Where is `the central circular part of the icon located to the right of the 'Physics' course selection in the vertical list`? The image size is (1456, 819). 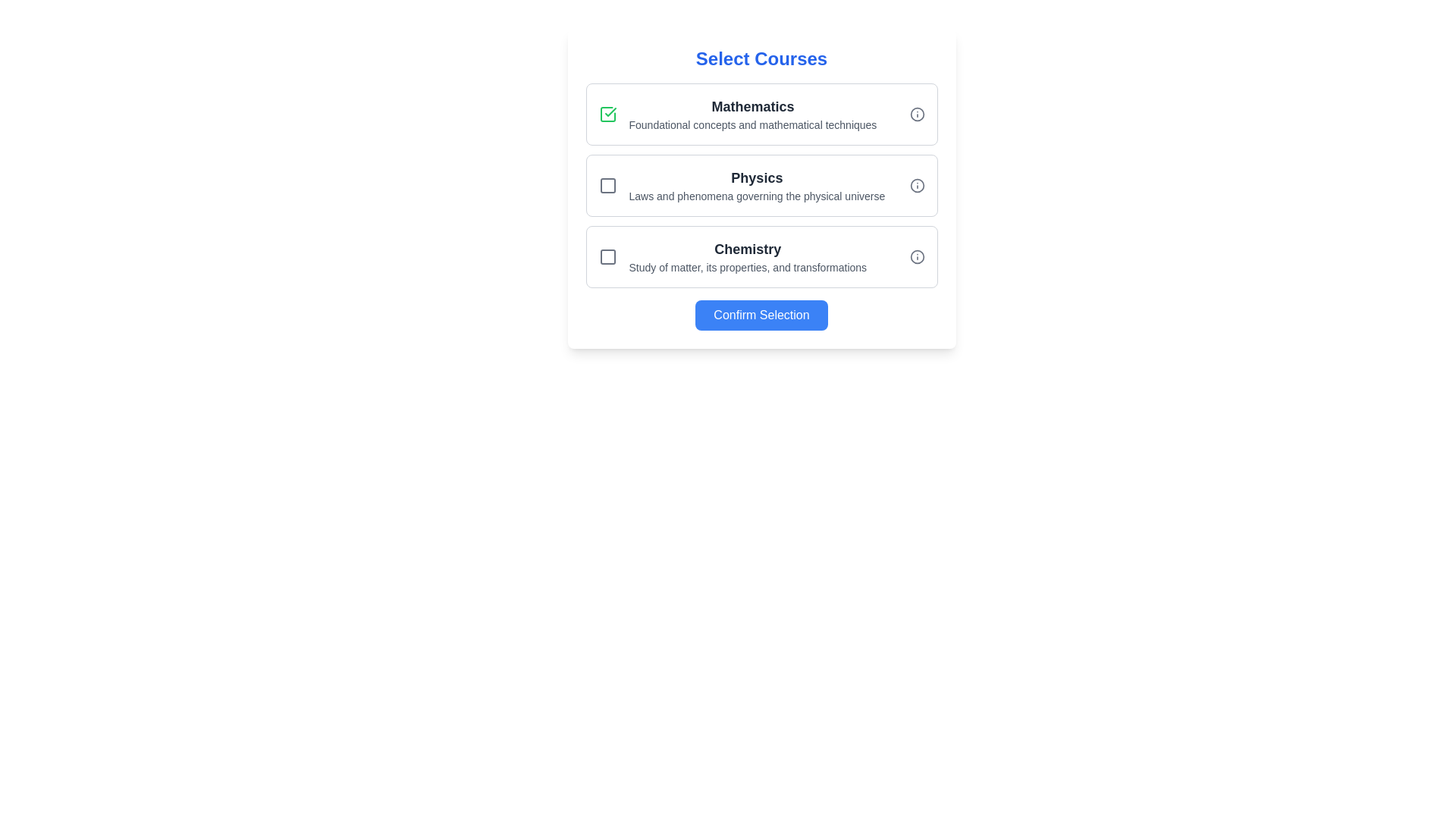 the central circular part of the icon located to the right of the 'Physics' course selection in the vertical list is located at coordinates (916, 185).